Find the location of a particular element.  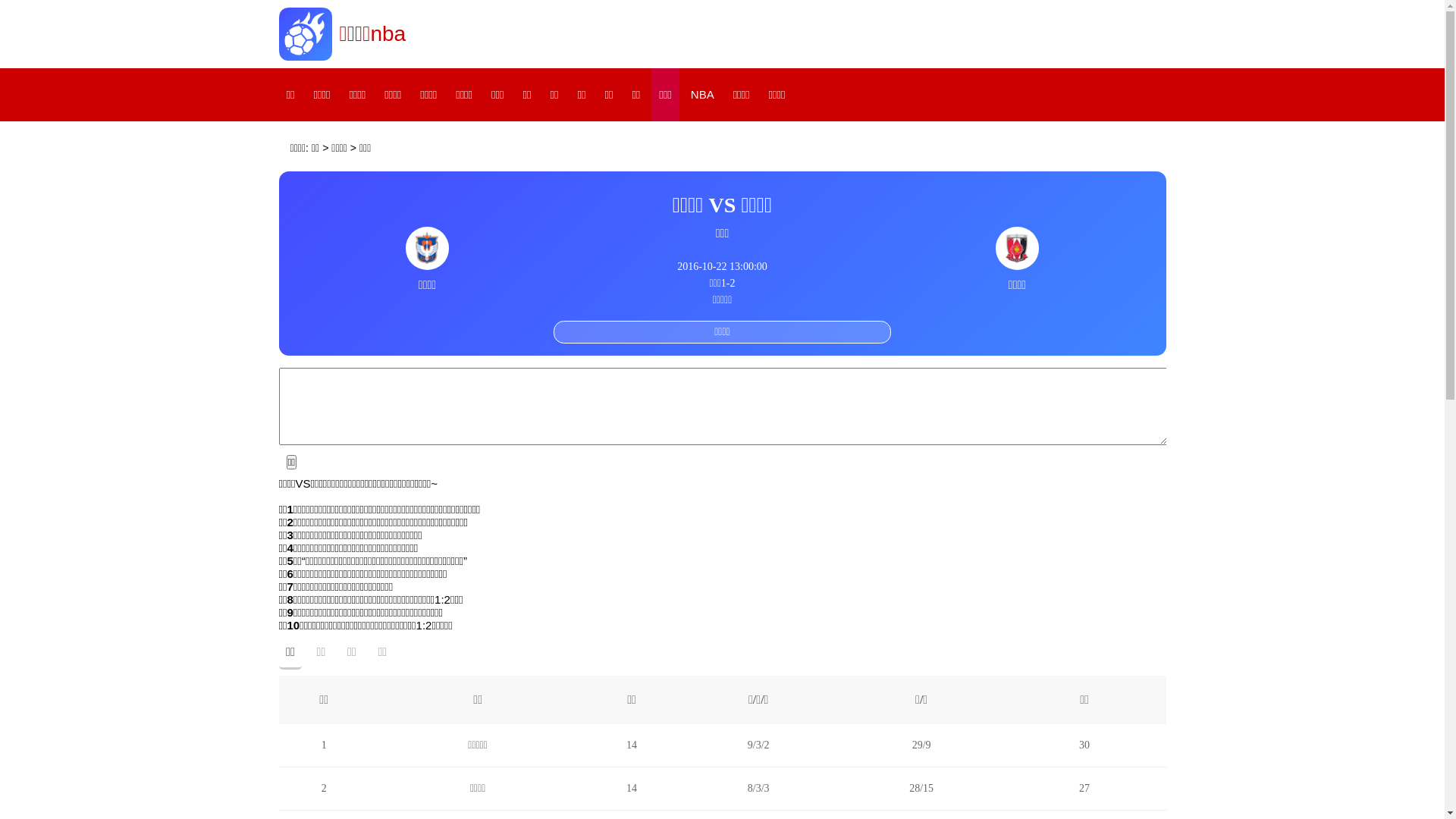

'NBA' is located at coordinates (682, 94).